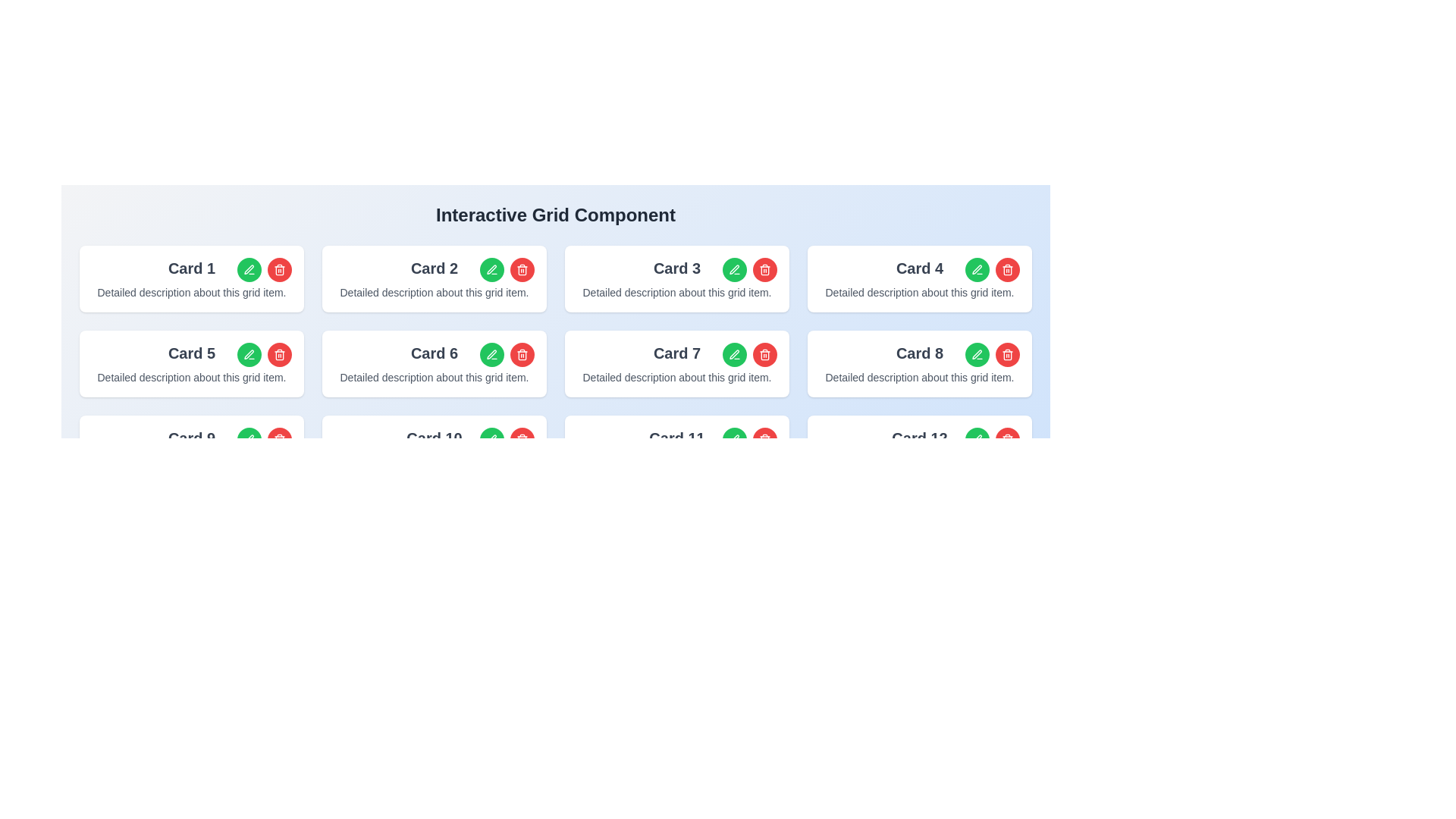  I want to click on the 'edit' button with an SVG icon located in 'Card 5' to initiate editing, so click(249, 354).